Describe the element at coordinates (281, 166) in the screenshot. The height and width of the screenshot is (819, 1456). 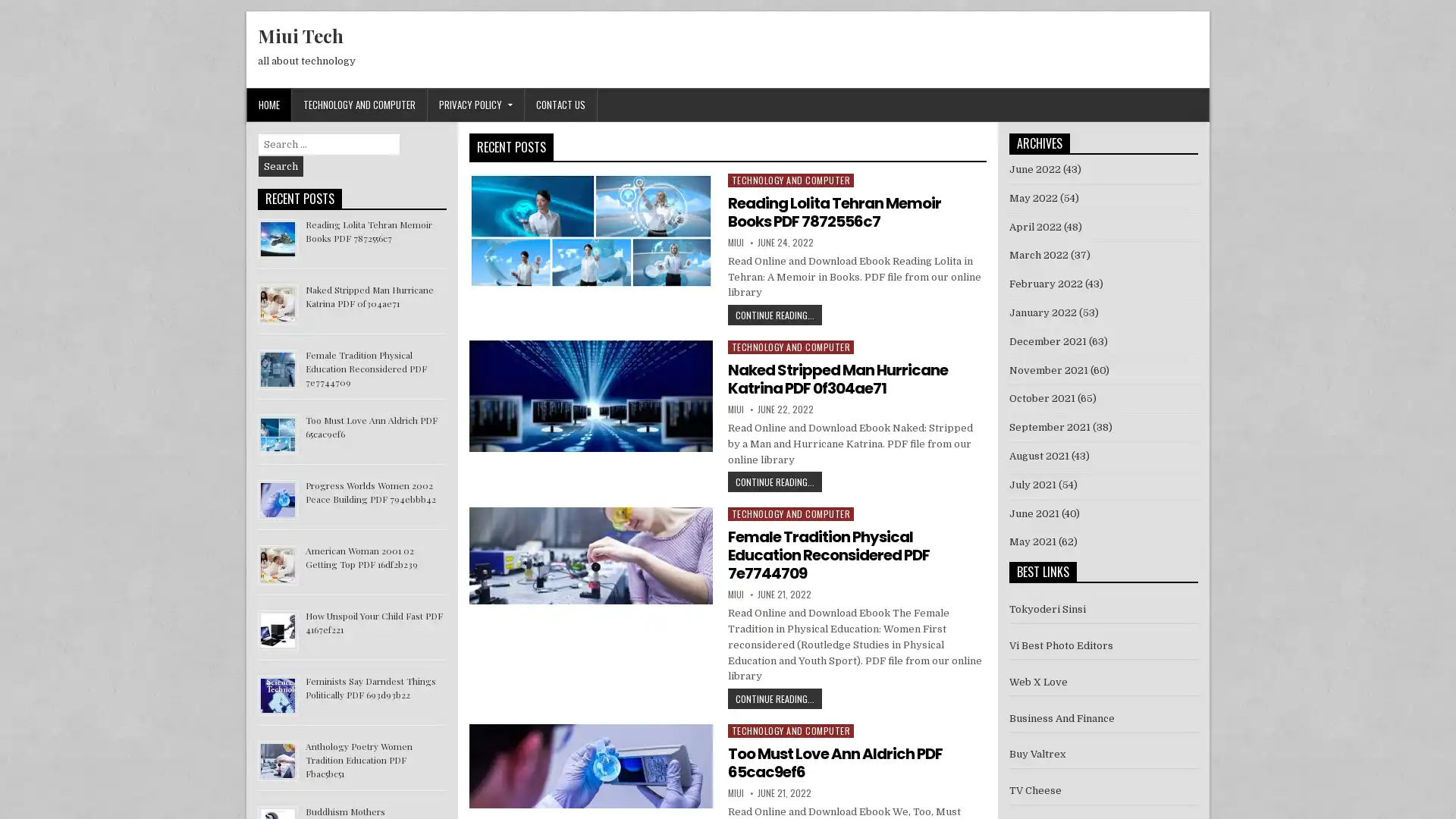
I see `Search` at that location.